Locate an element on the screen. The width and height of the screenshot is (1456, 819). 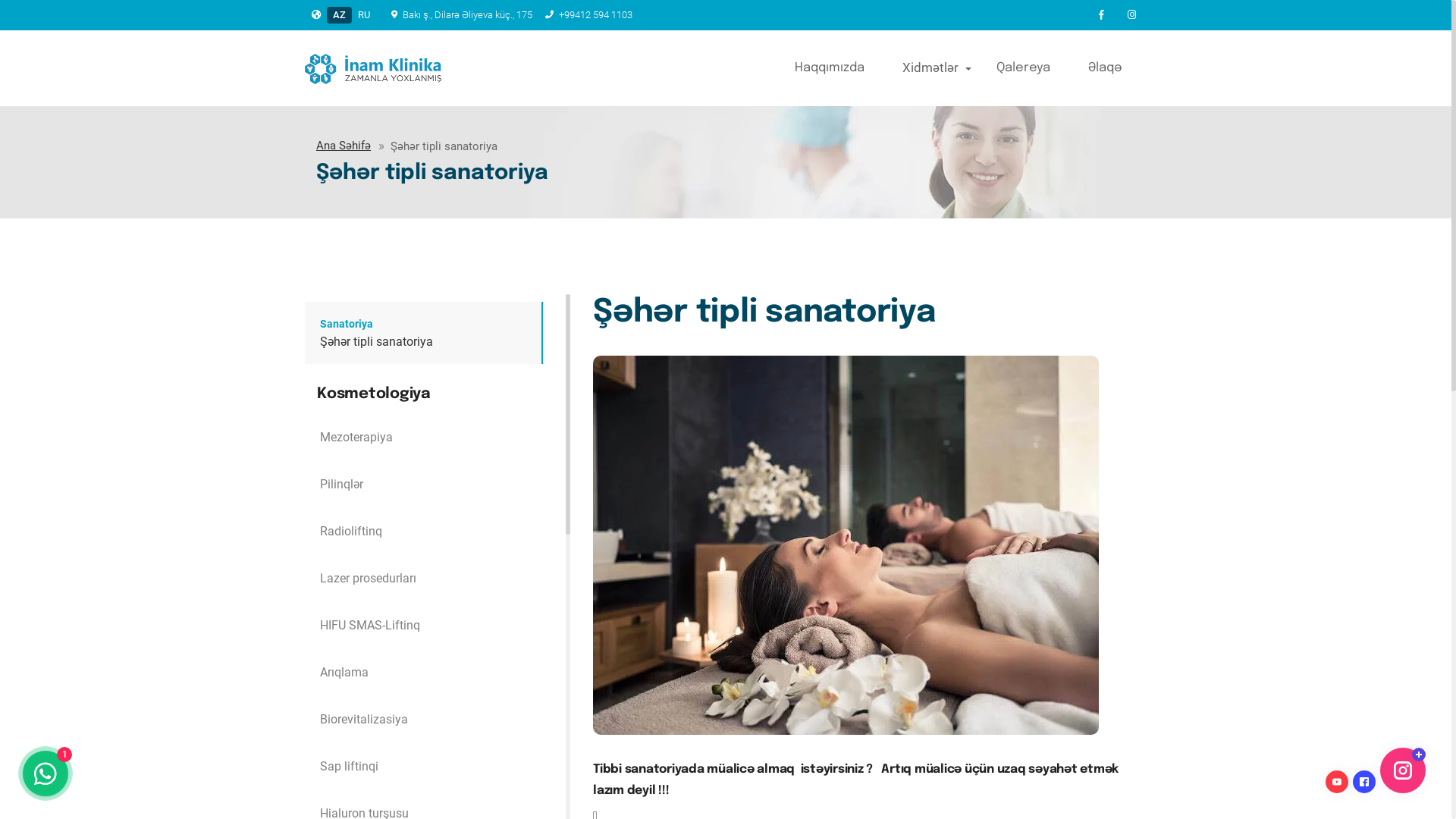
'+99412 594 1103' is located at coordinates (585, 14).